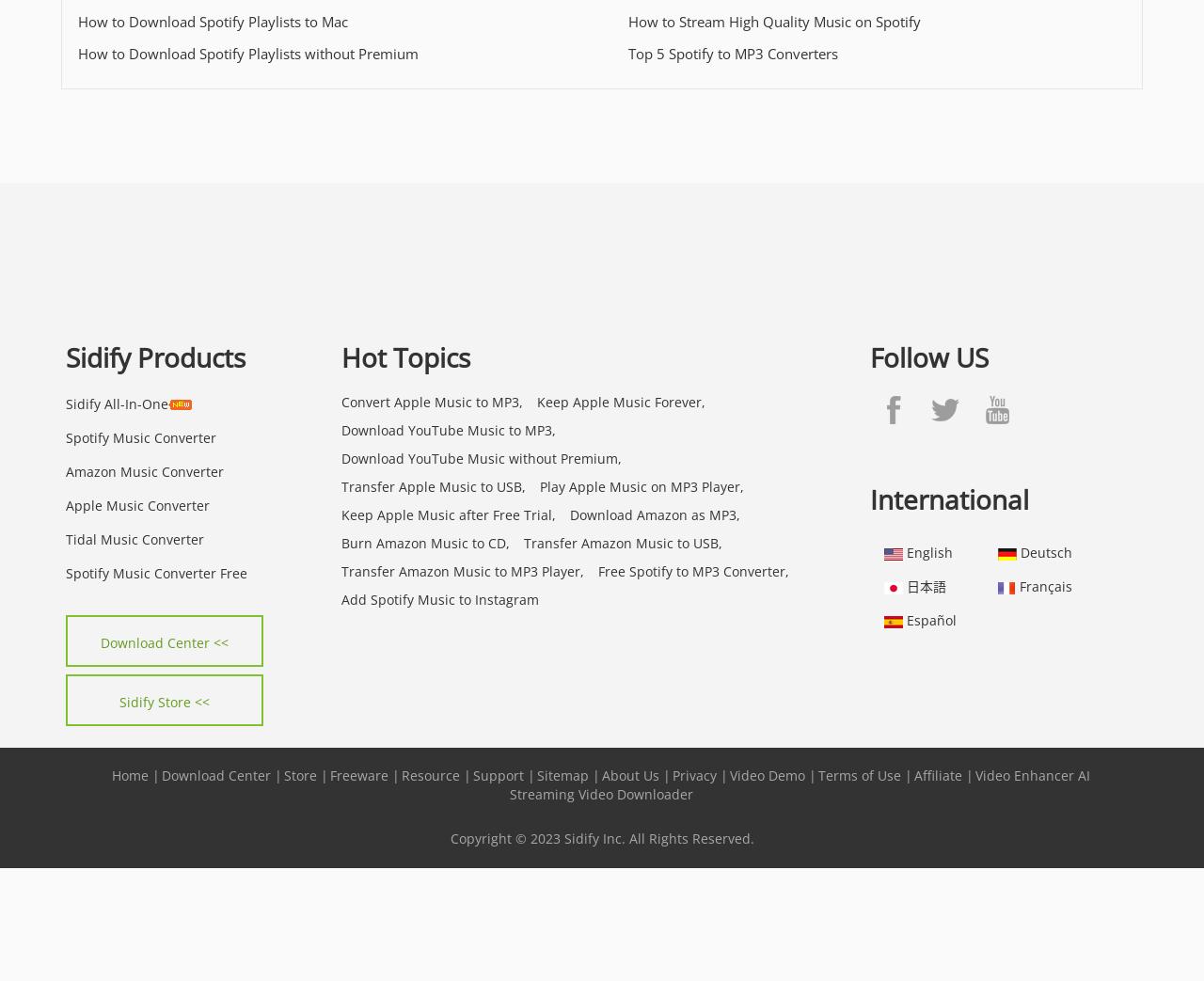  What do you see at coordinates (628, 20) in the screenshot?
I see `'How to Stream High Quality Music on Spotify'` at bounding box center [628, 20].